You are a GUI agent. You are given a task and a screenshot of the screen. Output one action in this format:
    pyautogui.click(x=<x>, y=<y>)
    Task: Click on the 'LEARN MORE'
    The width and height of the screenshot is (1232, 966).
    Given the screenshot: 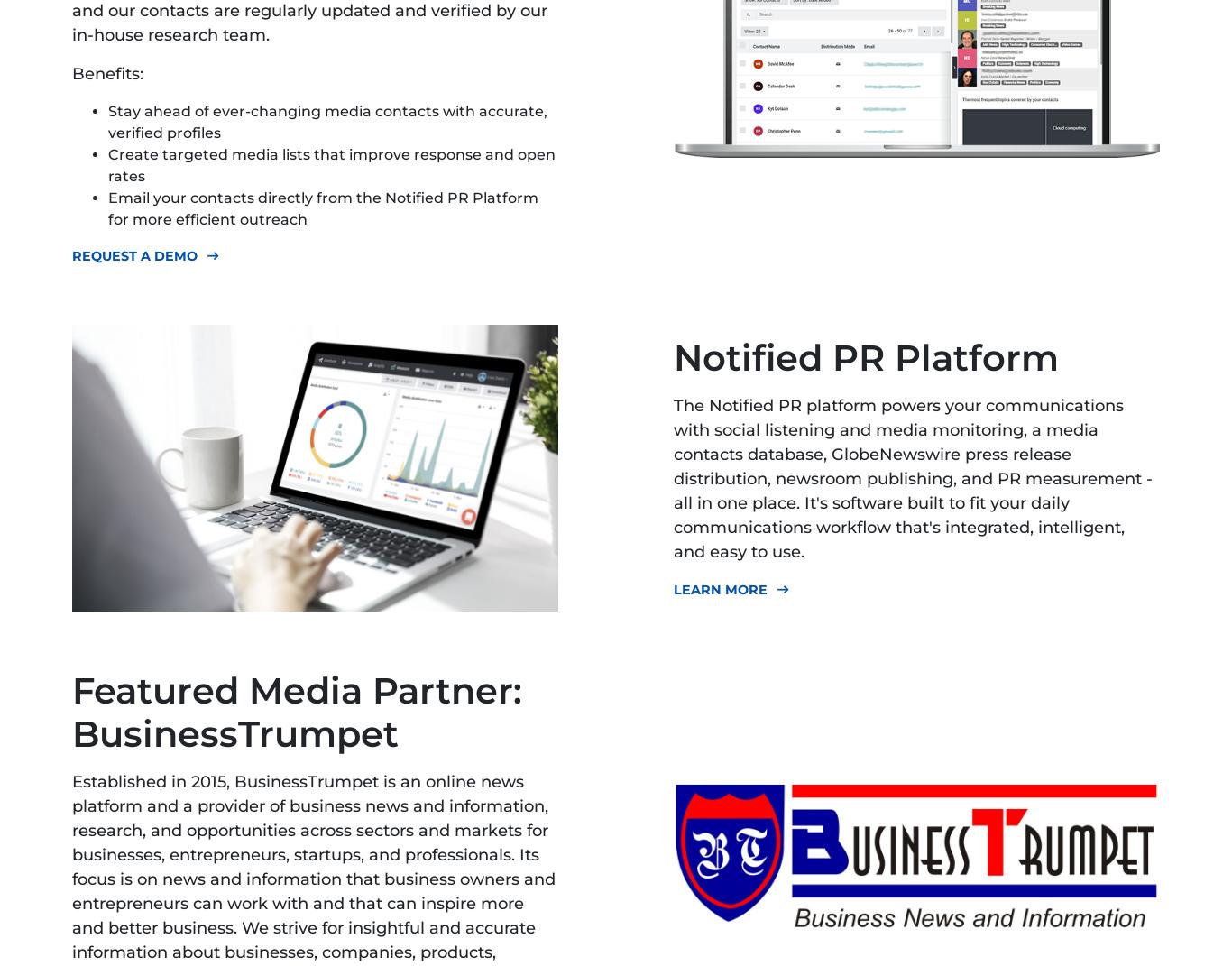 What is the action you would take?
    pyautogui.click(x=719, y=587)
    